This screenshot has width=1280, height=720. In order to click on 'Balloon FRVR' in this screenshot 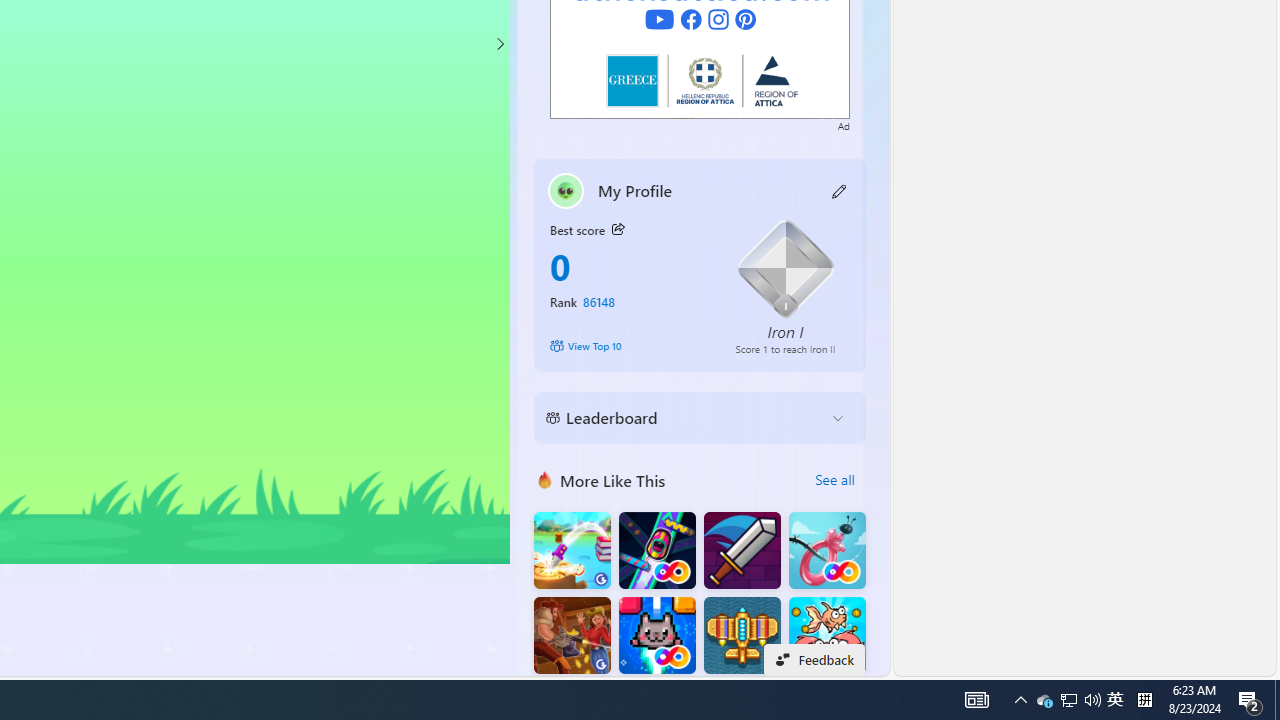, I will do `click(827, 550)`.